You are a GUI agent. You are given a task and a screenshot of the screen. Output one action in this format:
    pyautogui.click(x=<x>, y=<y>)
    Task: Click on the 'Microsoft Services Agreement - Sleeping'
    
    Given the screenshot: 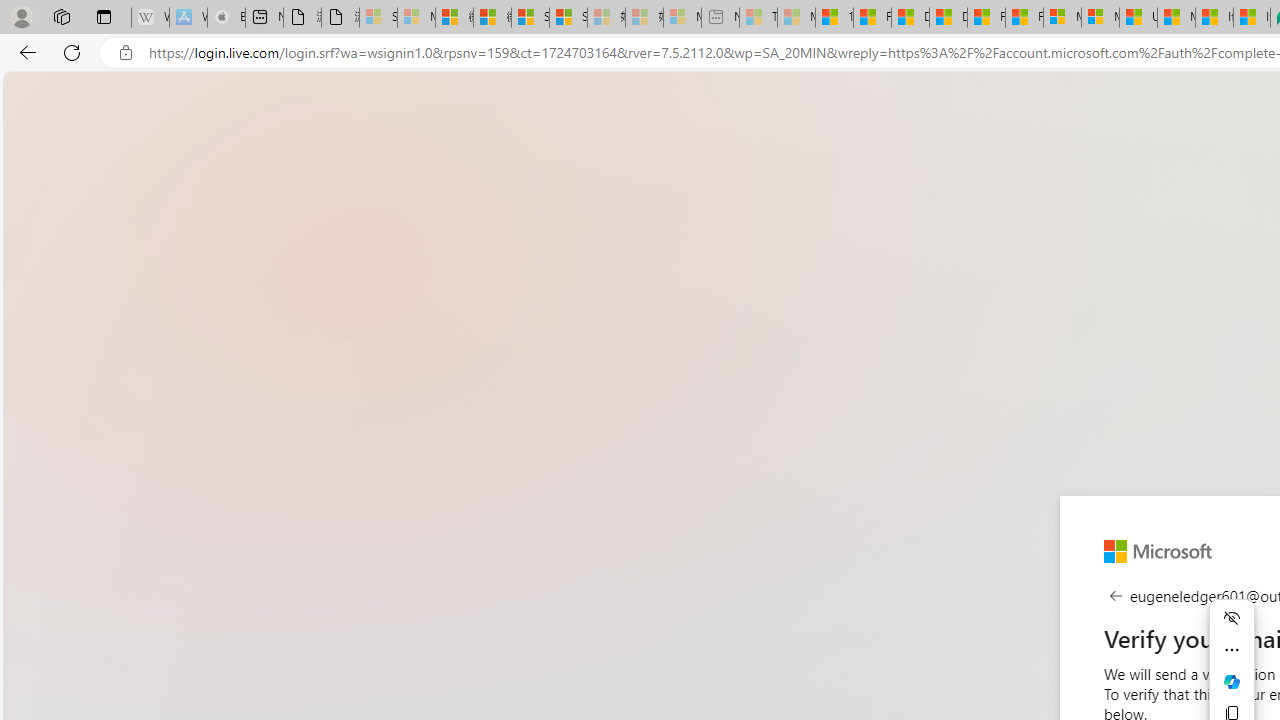 What is the action you would take?
    pyautogui.click(x=415, y=17)
    